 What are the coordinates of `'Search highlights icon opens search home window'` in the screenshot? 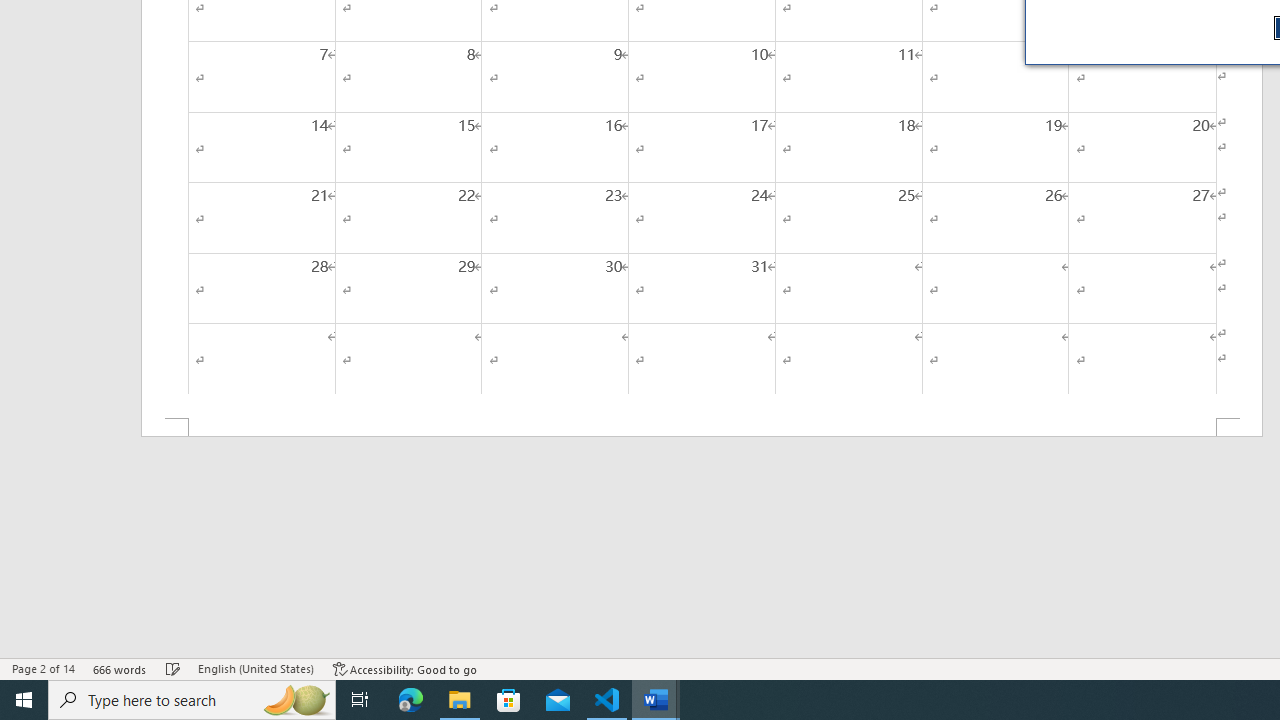 It's located at (294, 698).